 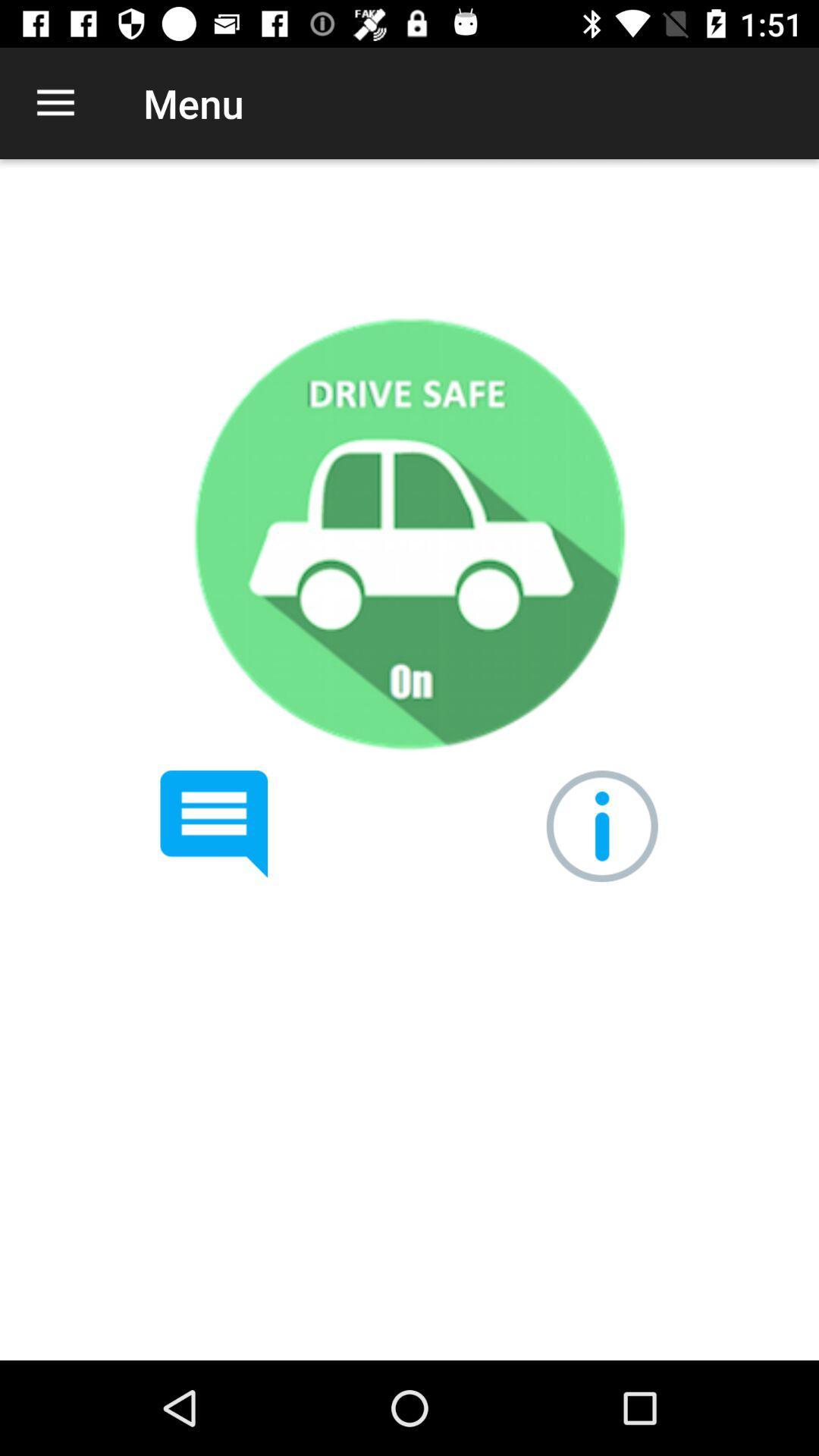 What do you see at coordinates (214, 824) in the screenshot?
I see `read test messaging` at bounding box center [214, 824].